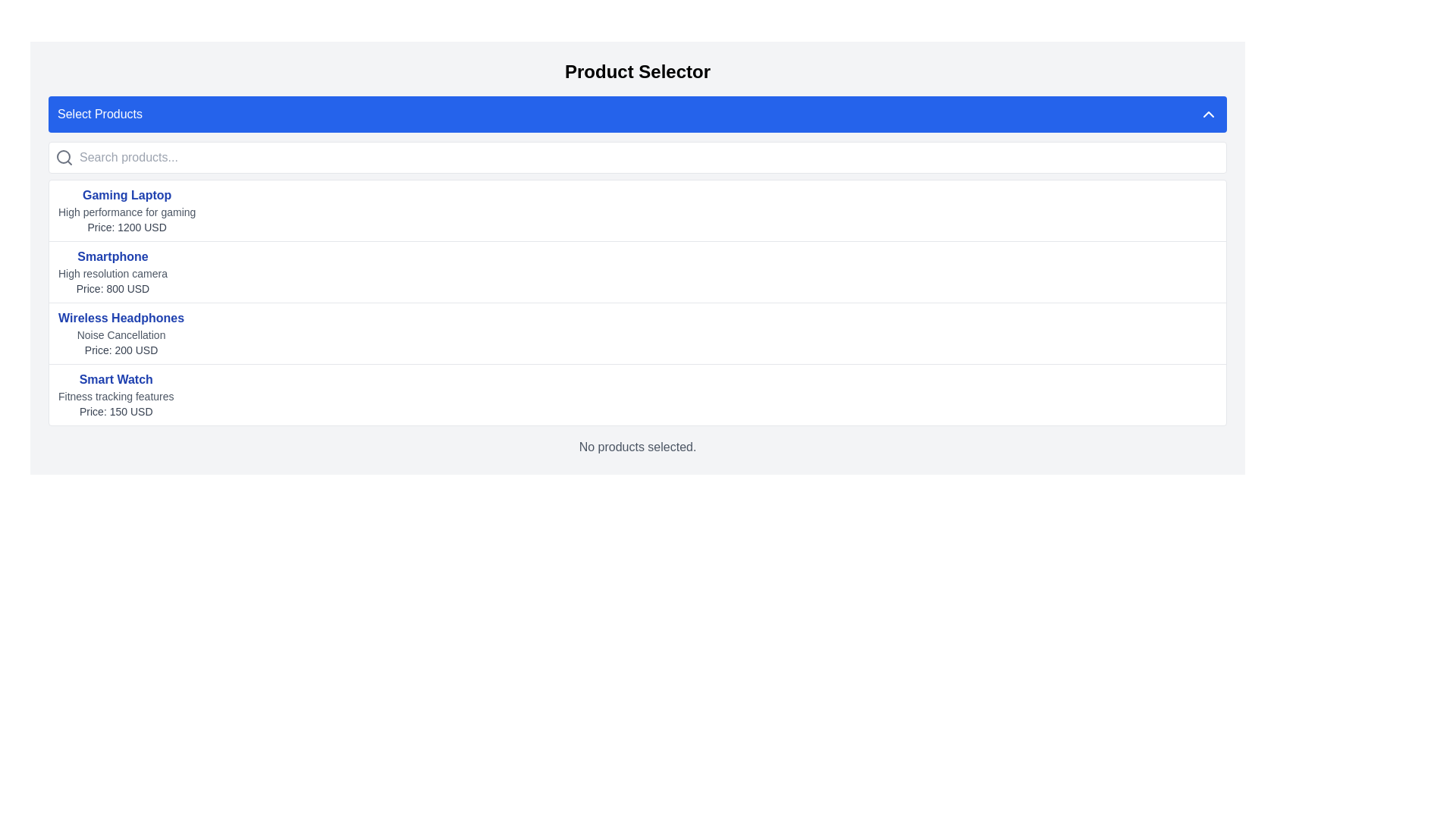  I want to click on the List item displaying details of the Wireless Headphones, which is located in the third row of the product list, so click(121, 332).